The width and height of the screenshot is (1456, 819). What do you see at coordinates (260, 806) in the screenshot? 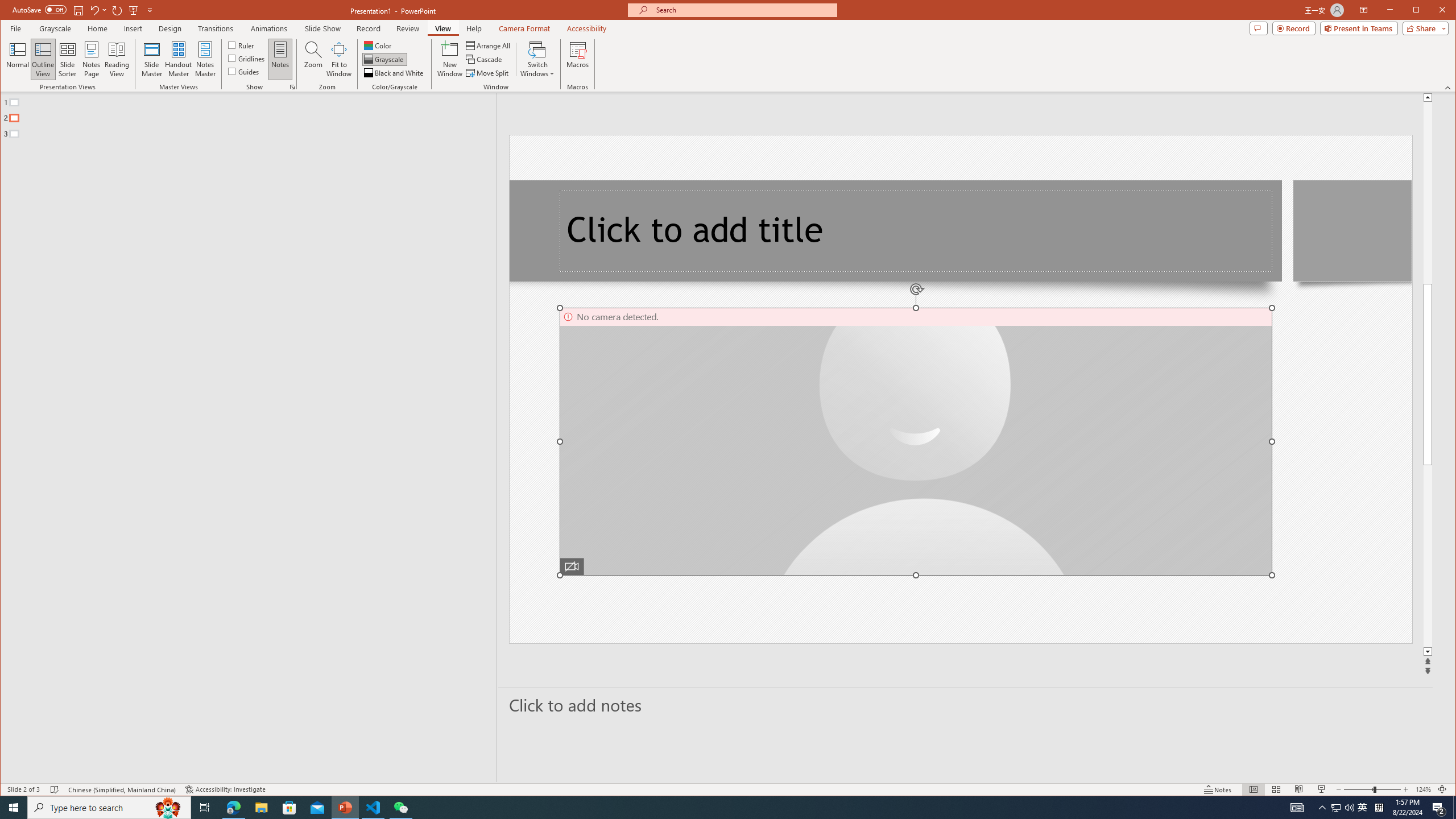
I see `'File Explorer'` at bounding box center [260, 806].